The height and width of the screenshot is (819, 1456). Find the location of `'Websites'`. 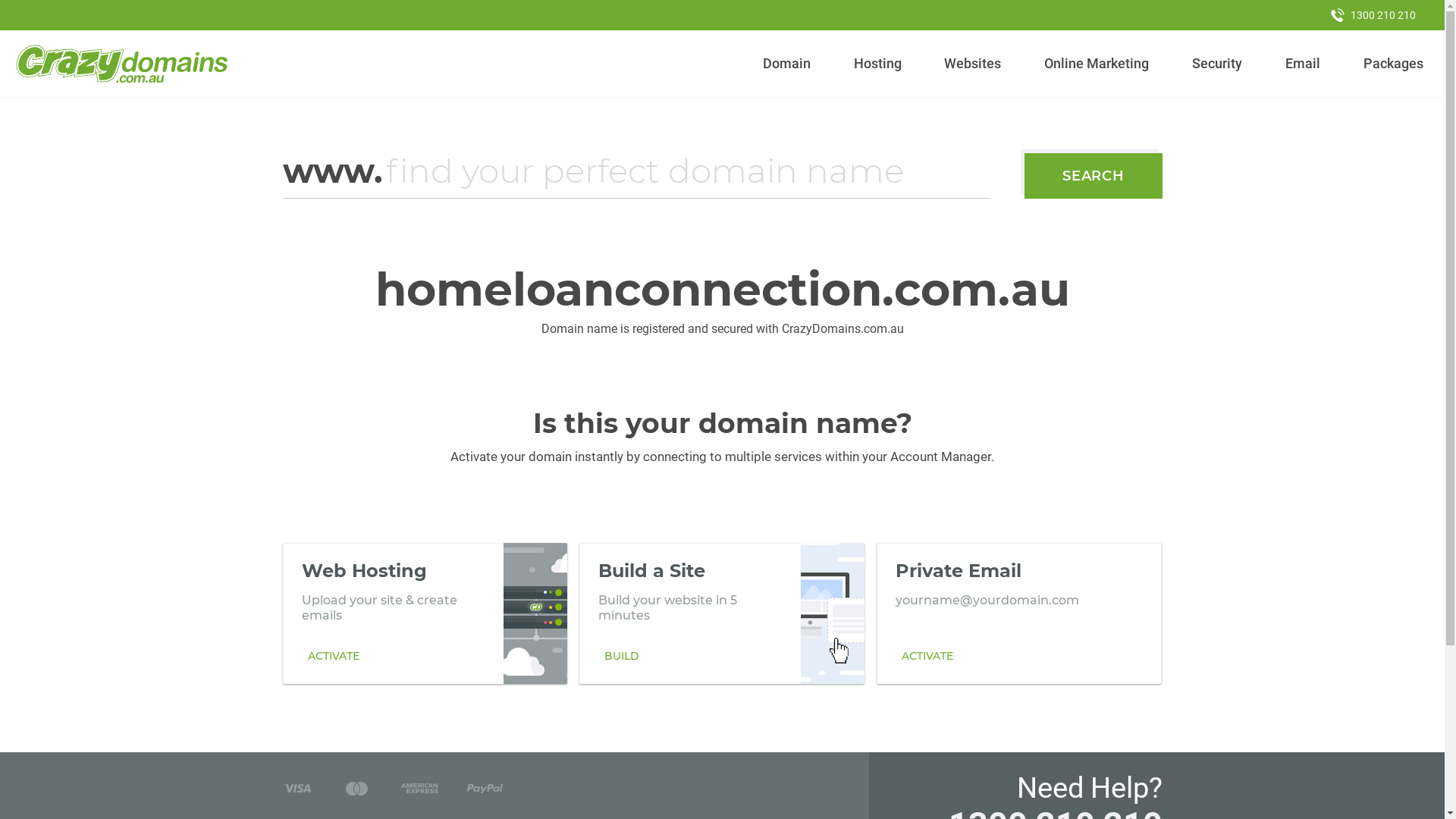

'Websites' is located at coordinates (972, 63).